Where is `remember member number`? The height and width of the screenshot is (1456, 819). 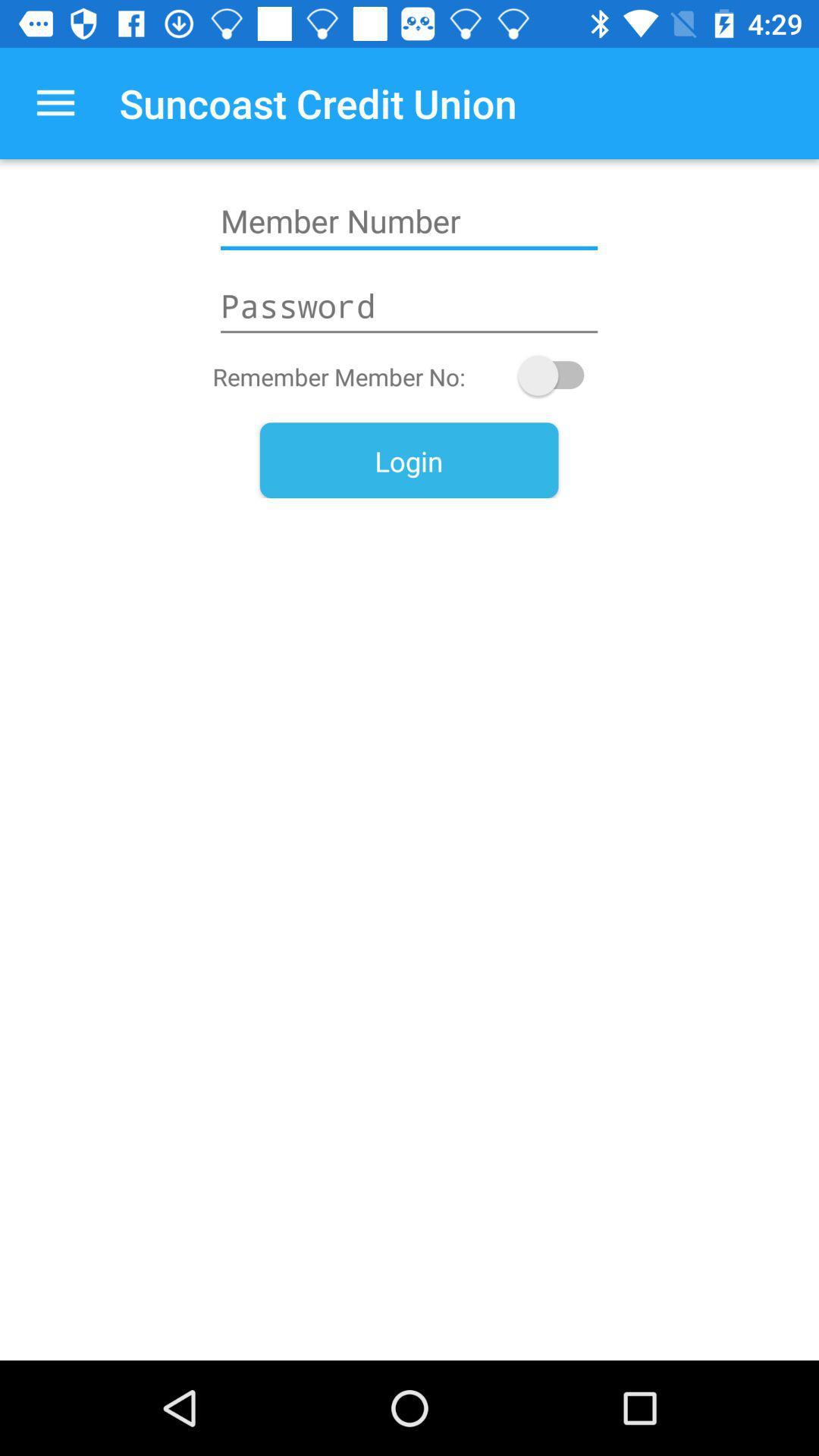
remember member number is located at coordinates (558, 375).